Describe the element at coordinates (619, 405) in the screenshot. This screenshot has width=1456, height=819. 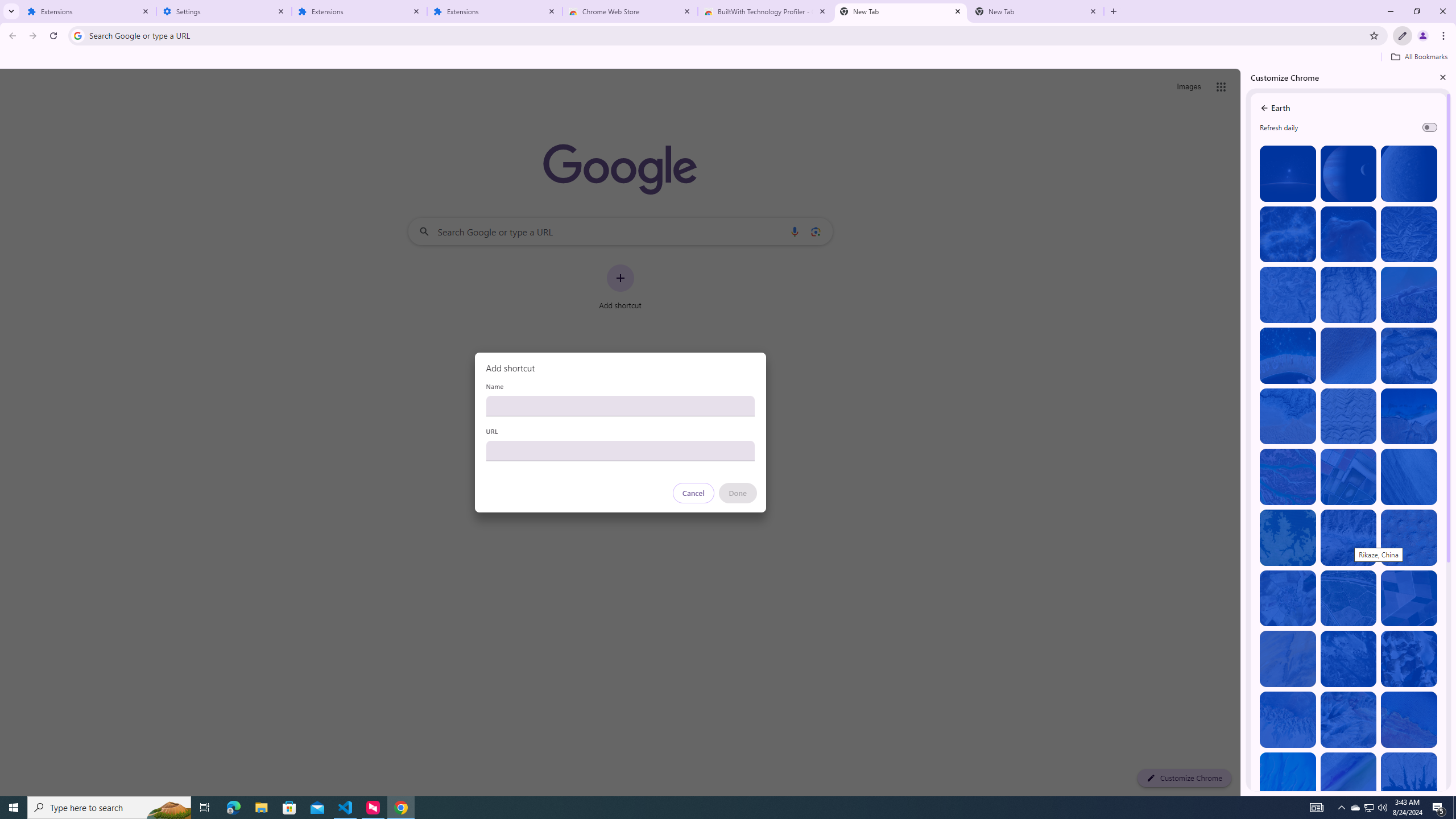
I see `'Name'` at that location.